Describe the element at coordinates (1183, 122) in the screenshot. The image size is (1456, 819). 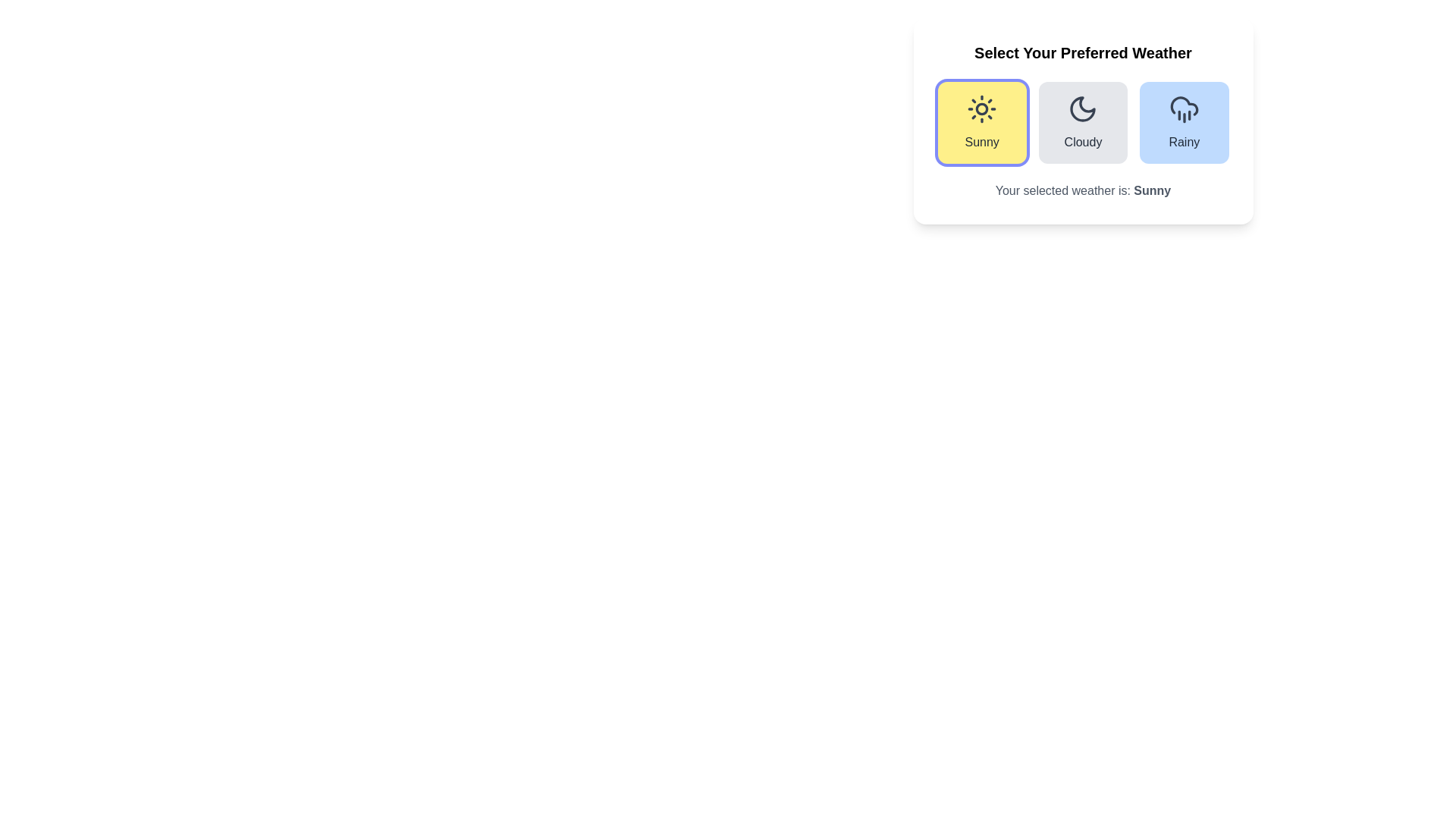
I see `the 'Rainy' weather option button located at the far right of the horizontal grid of weather preferences` at that location.